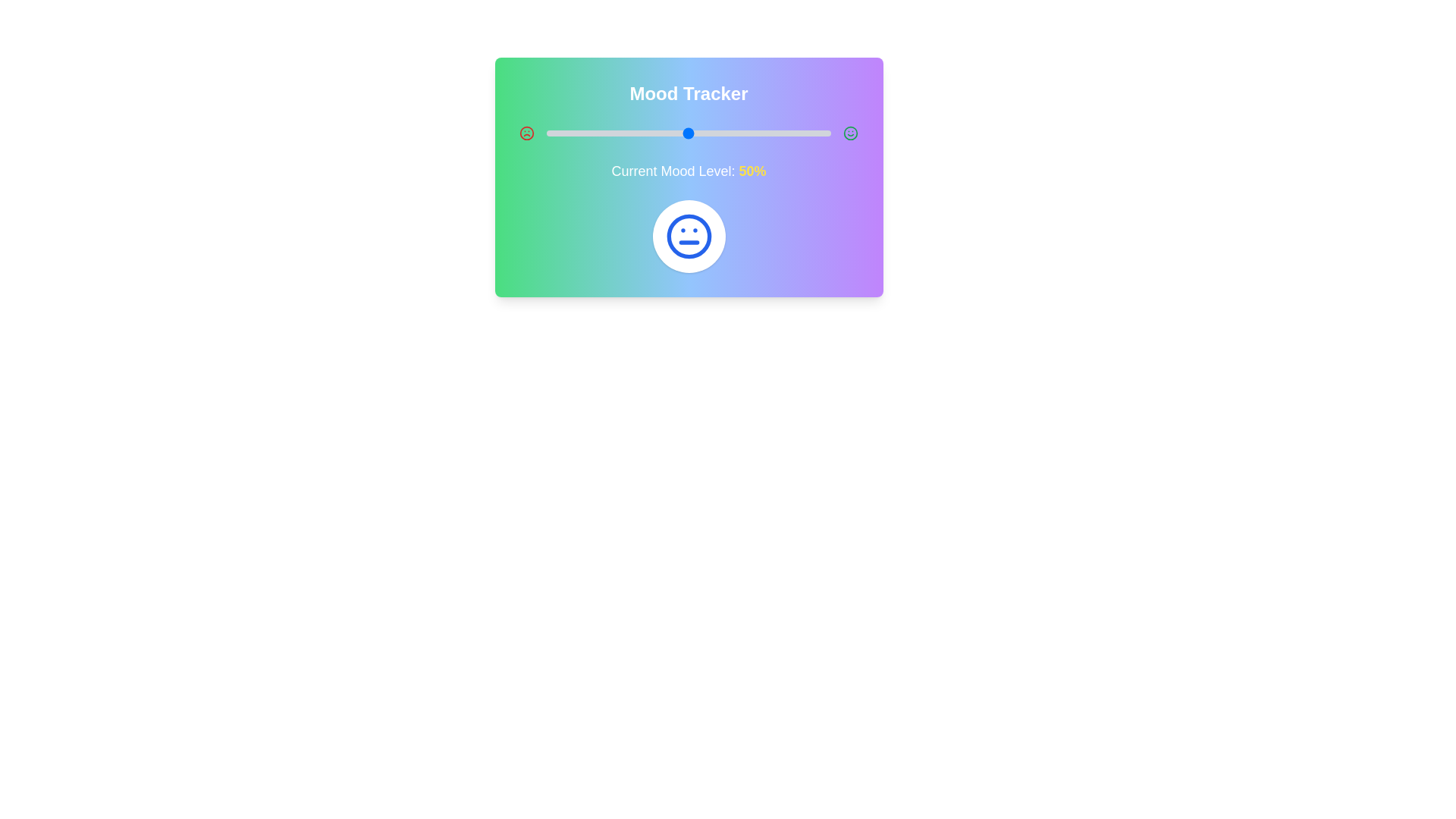 This screenshot has width=1456, height=819. Describe the element at coordinates (574, 133) in the screenshot. I see `the mood level to 10% by interacting with the slider` at that location.